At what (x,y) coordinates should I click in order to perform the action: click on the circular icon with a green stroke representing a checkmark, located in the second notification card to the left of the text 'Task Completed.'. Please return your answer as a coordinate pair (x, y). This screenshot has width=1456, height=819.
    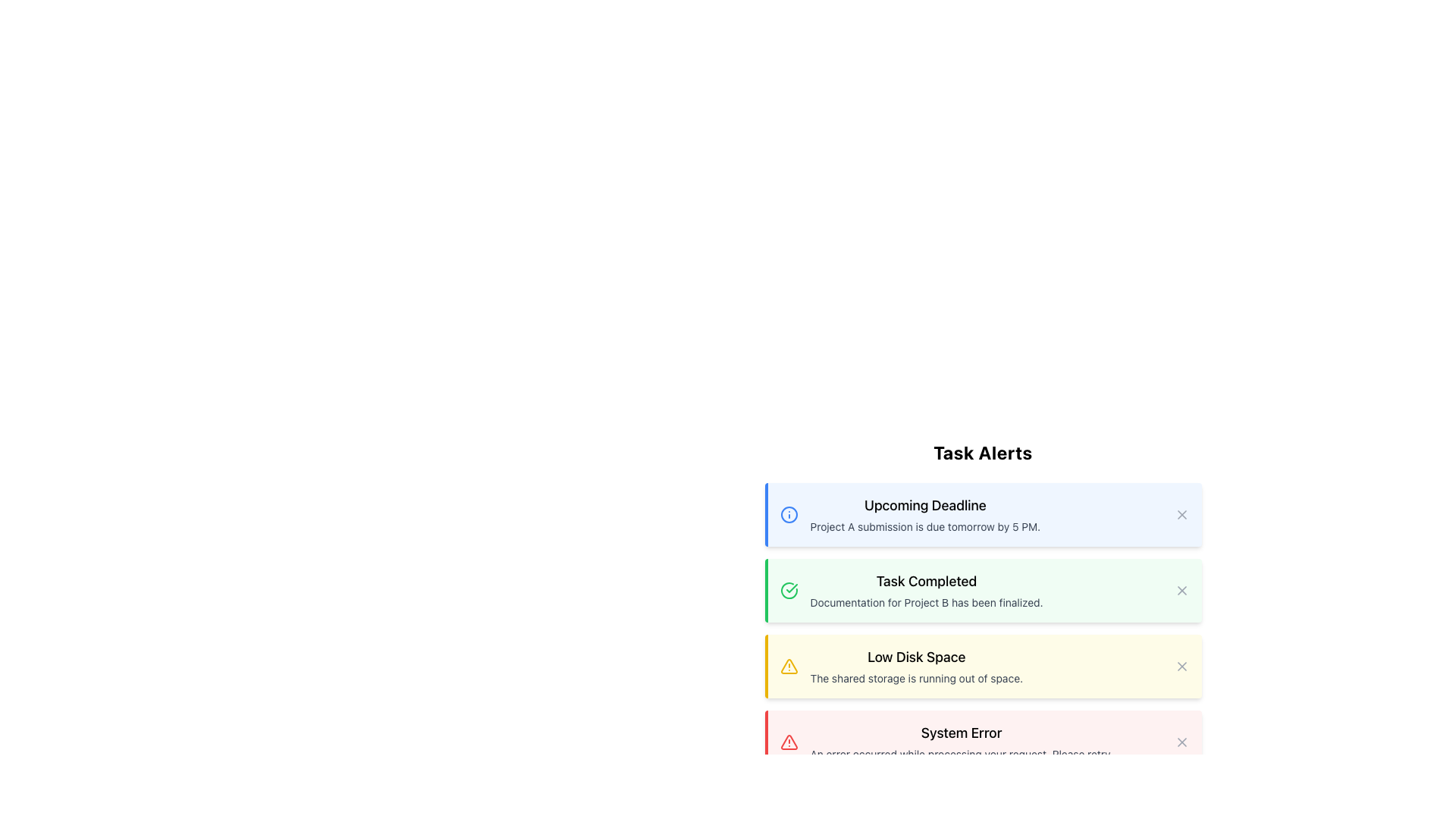
    Looking at the image, I should click on (789, 590).